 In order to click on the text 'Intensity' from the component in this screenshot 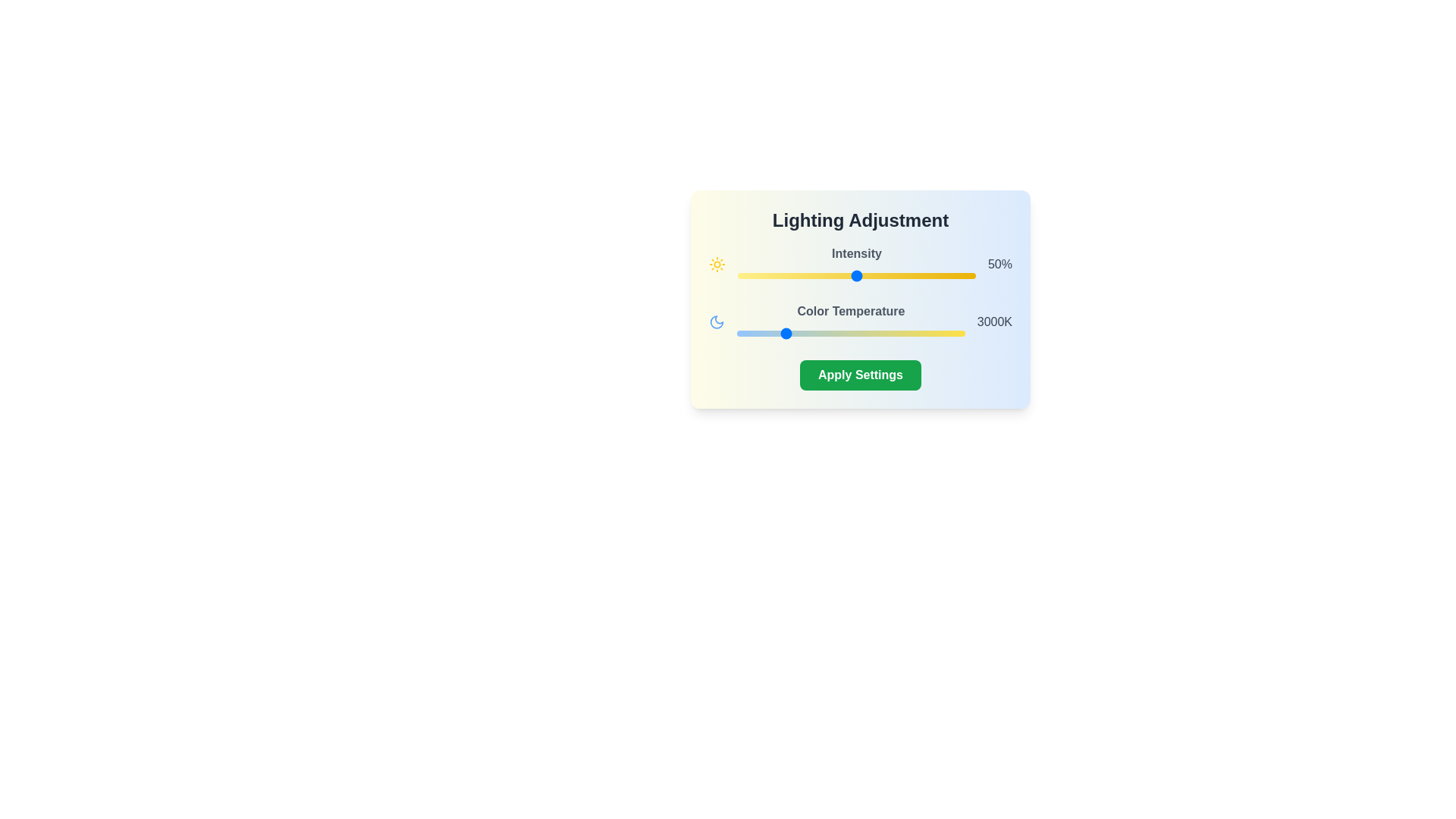, I will do `click(855, 253)`.